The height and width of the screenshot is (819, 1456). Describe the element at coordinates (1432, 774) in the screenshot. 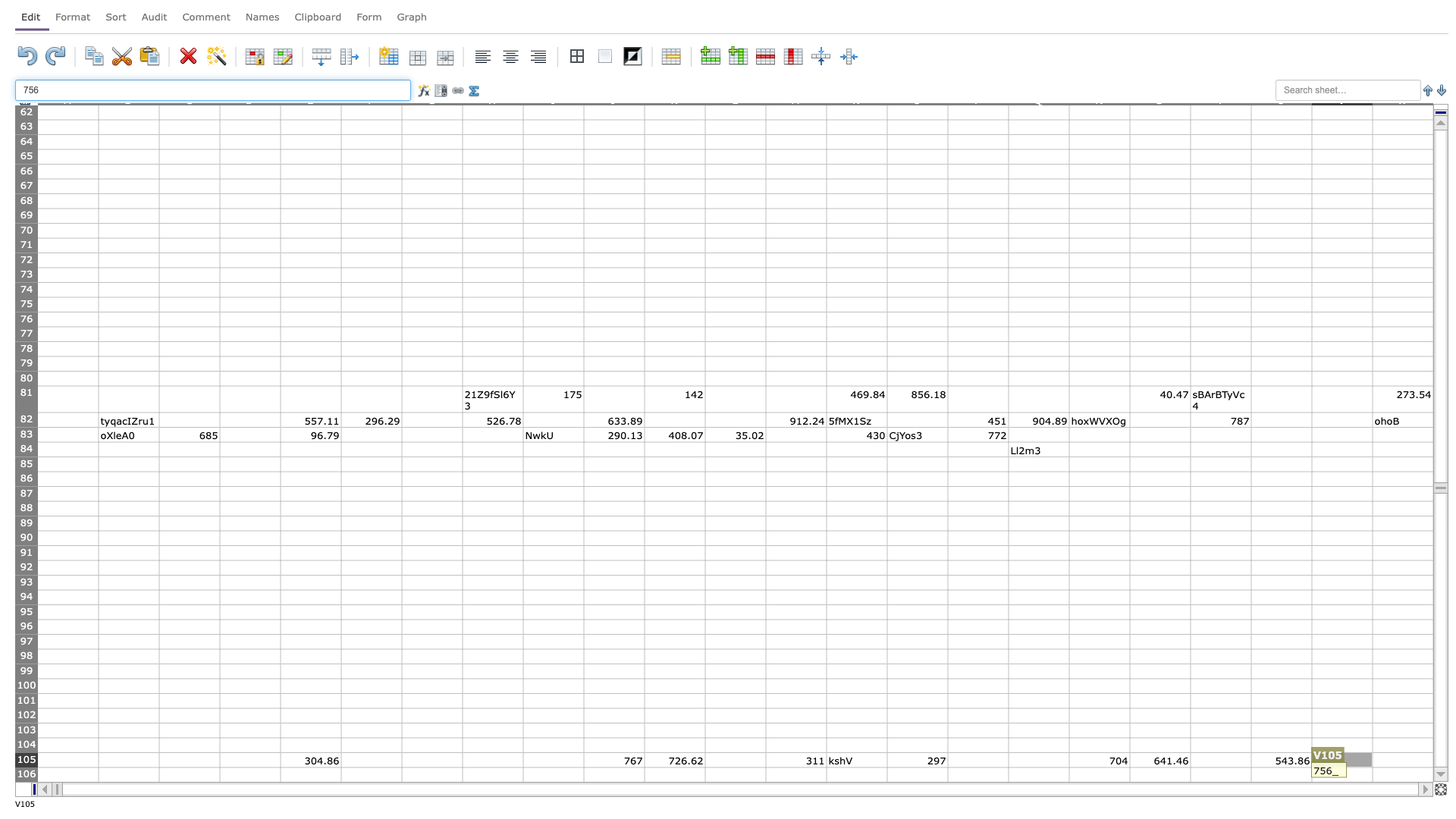

I see `Right edge of W-106` at that location.